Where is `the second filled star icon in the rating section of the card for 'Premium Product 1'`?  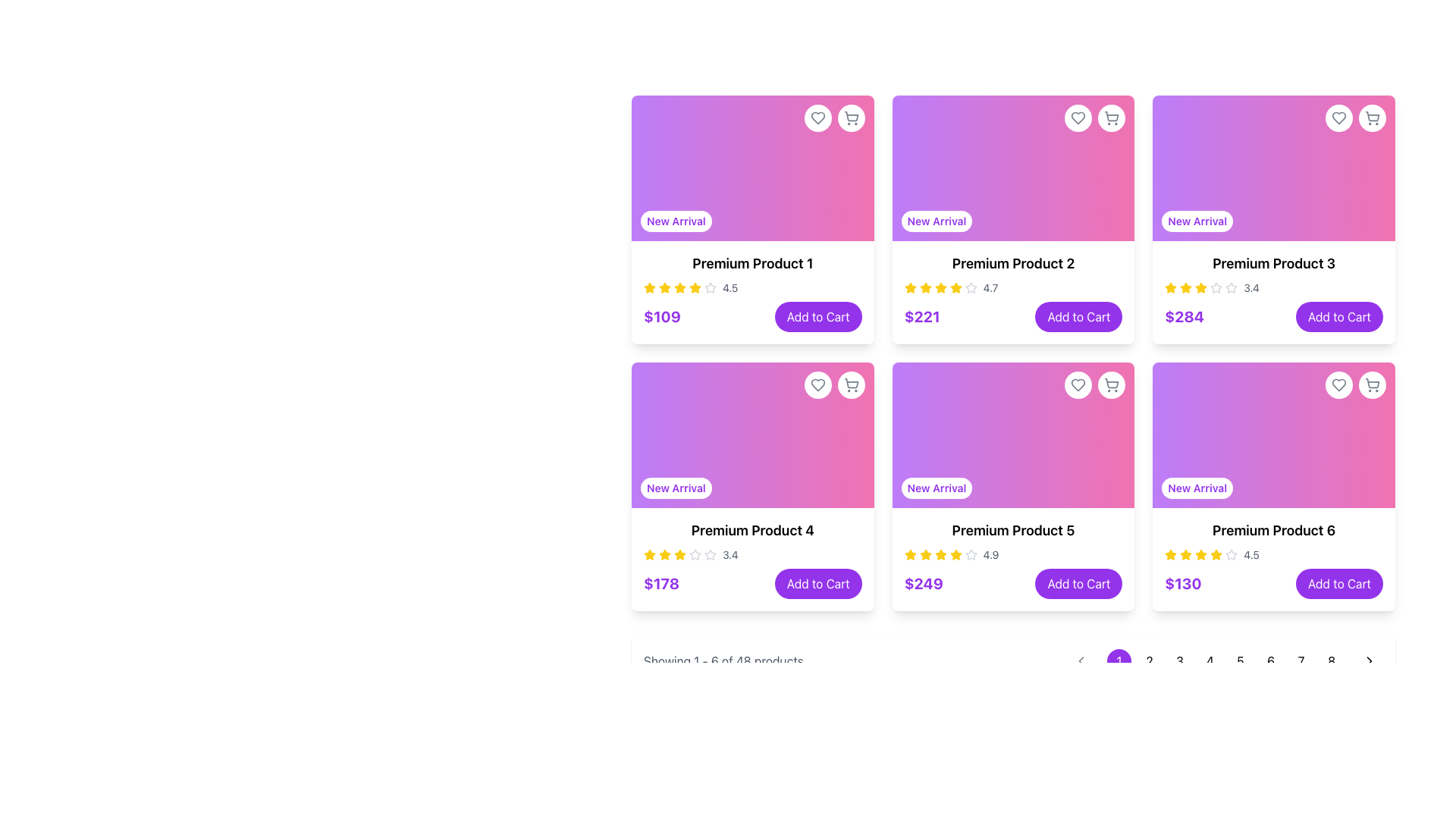 the second filled star icon in the rating section of the card for 'Premium Product 1' is located at coordinates (679, 287).